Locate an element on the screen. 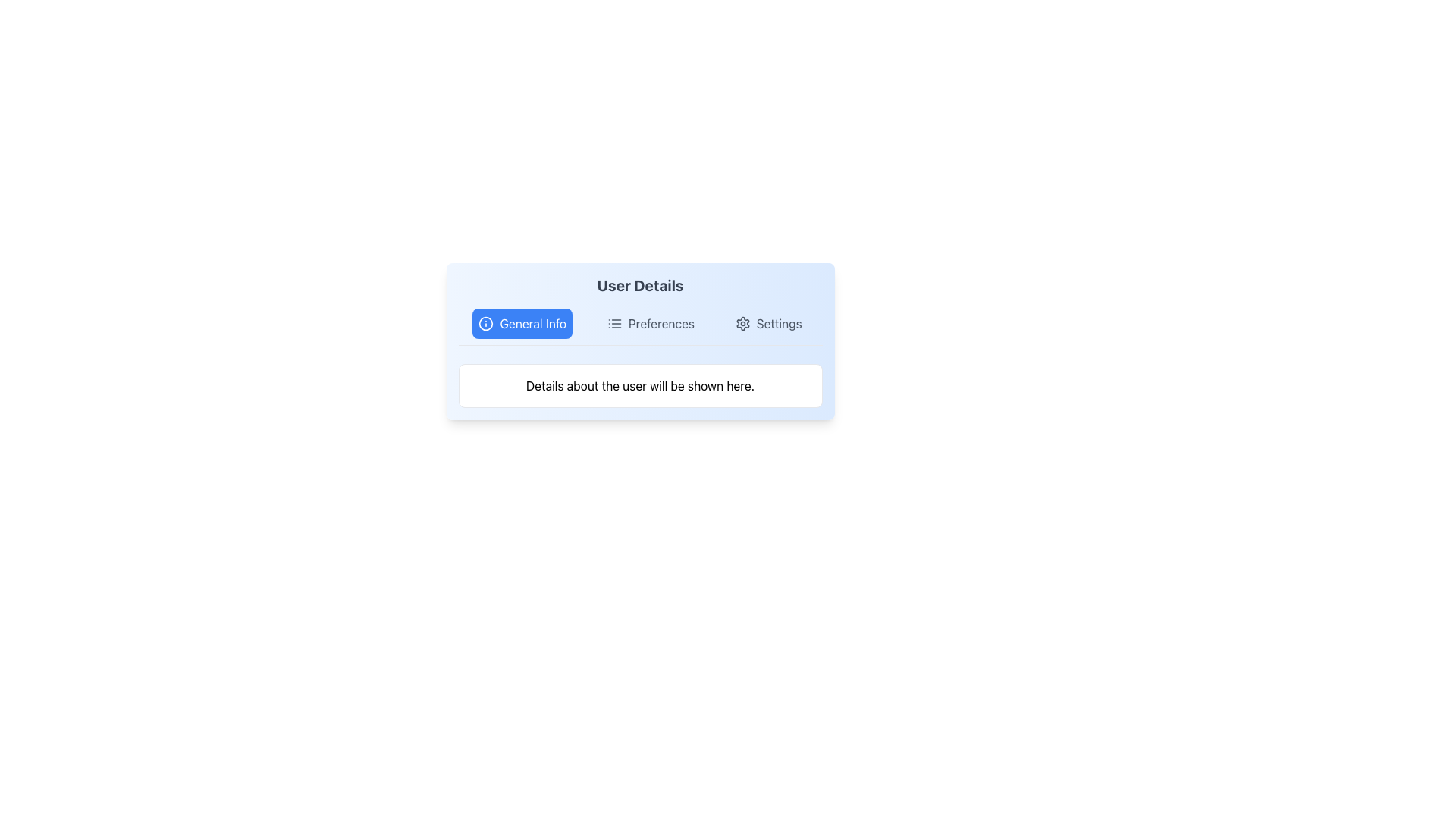  the 'General Info' button by clicking on the informational icon positioned to the left of the 'General Info' text is located at coordinates (486, 323).